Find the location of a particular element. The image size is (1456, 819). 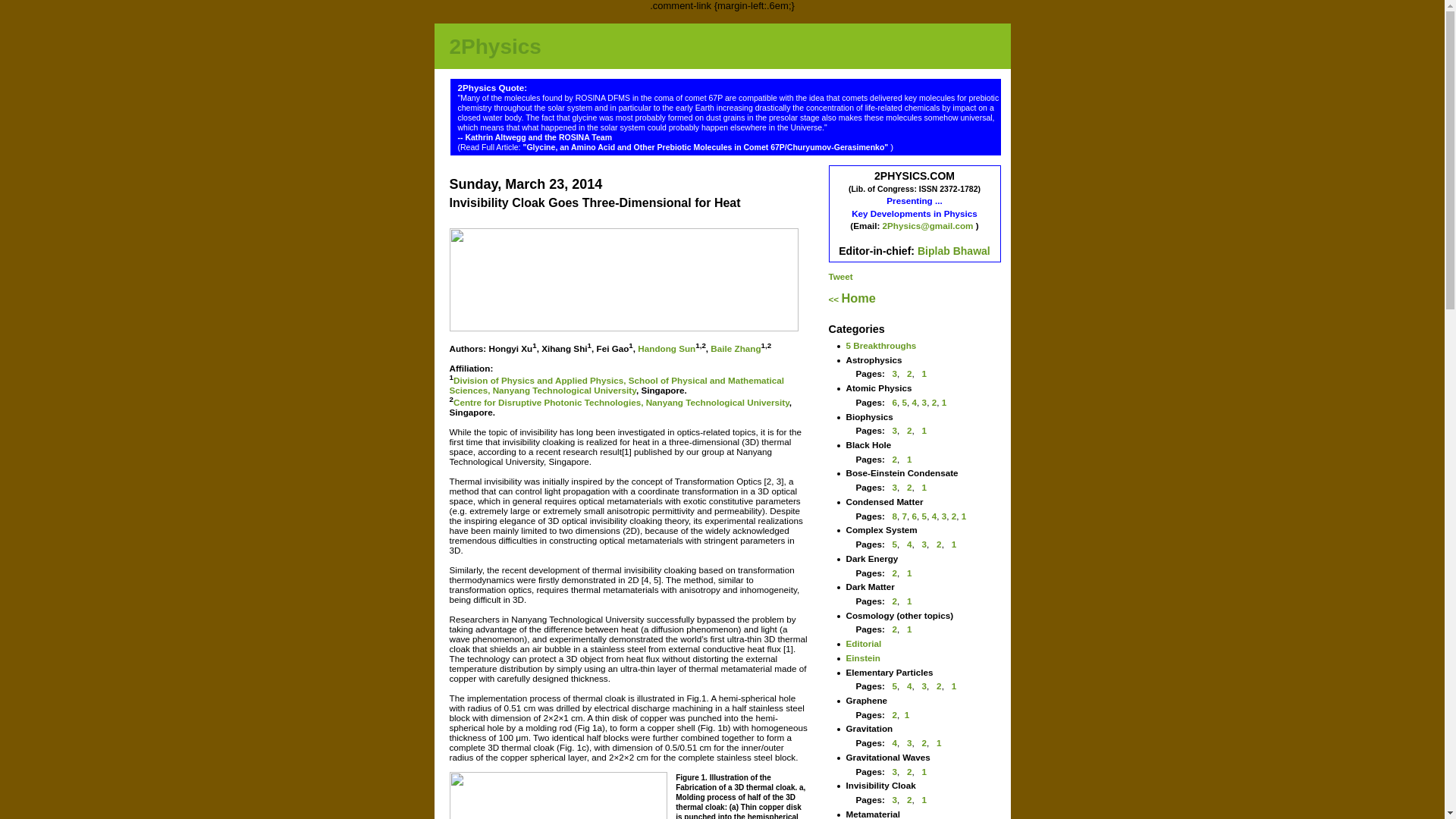

'2' is located at coordinates (895, 600).